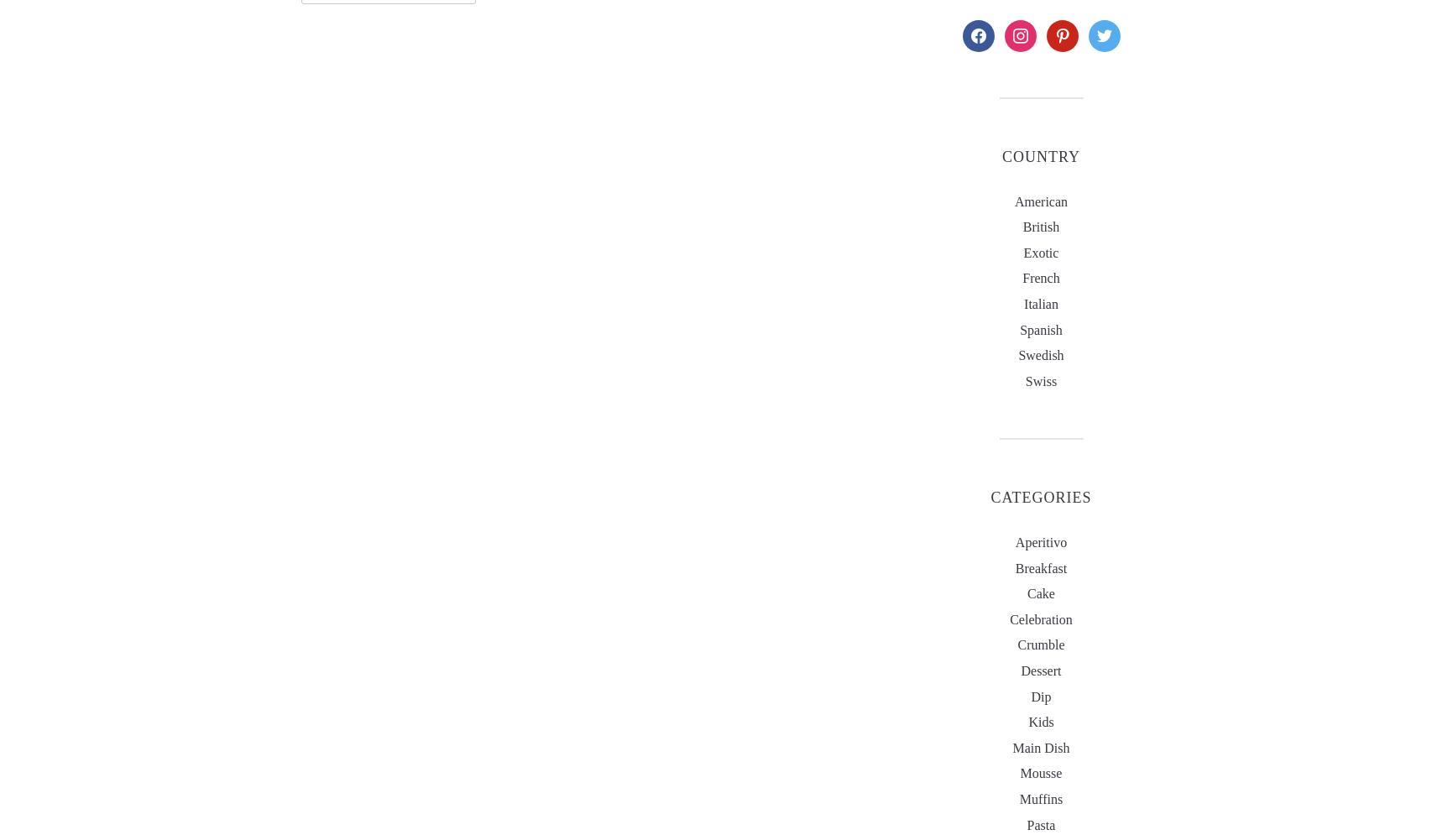 This screenshot has height=840, width=1432. Describe the element at coordinates (1040, 747) in the screenshot. I see `'main dish'` at that location.